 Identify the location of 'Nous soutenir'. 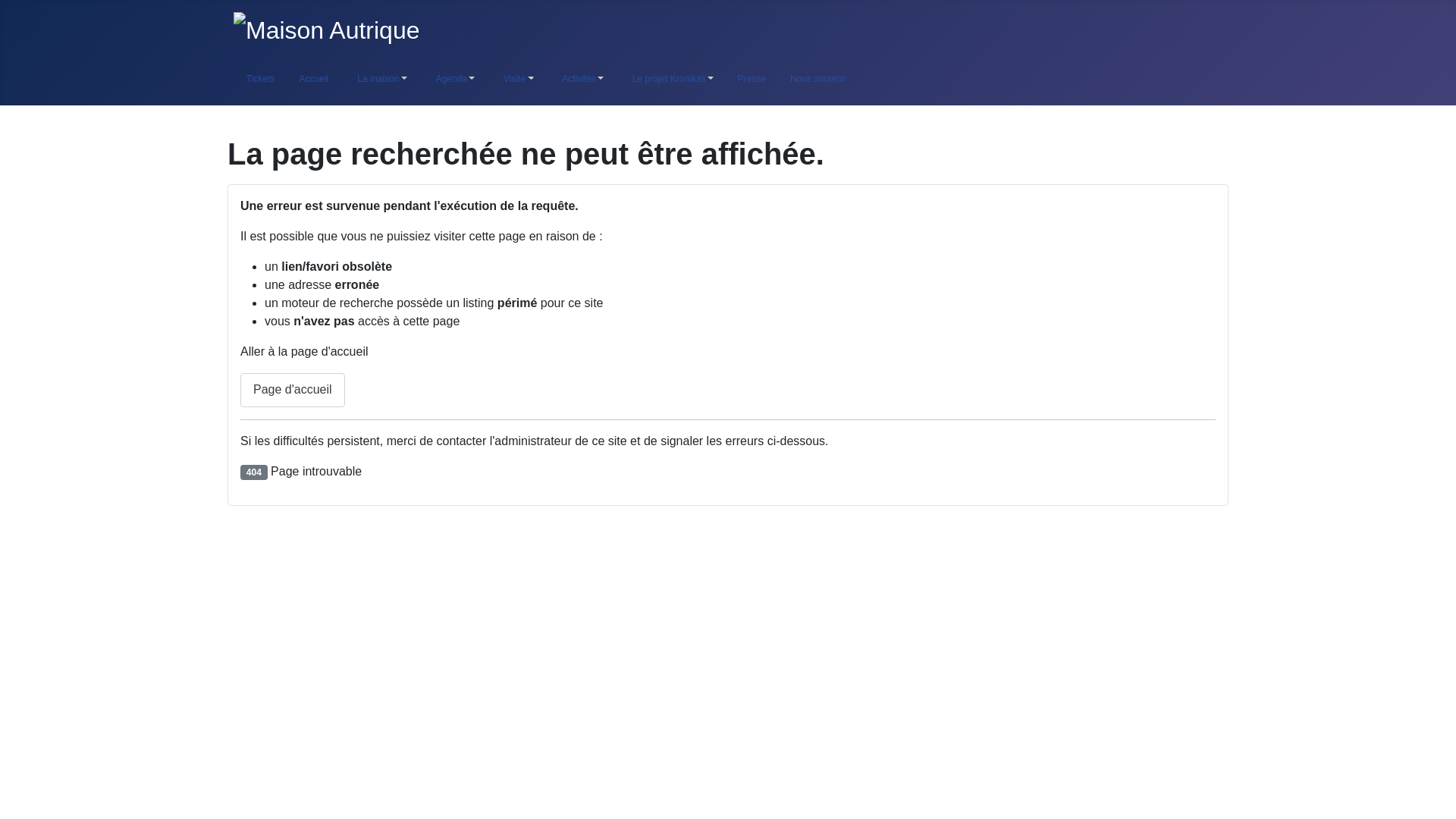
(817, 79).